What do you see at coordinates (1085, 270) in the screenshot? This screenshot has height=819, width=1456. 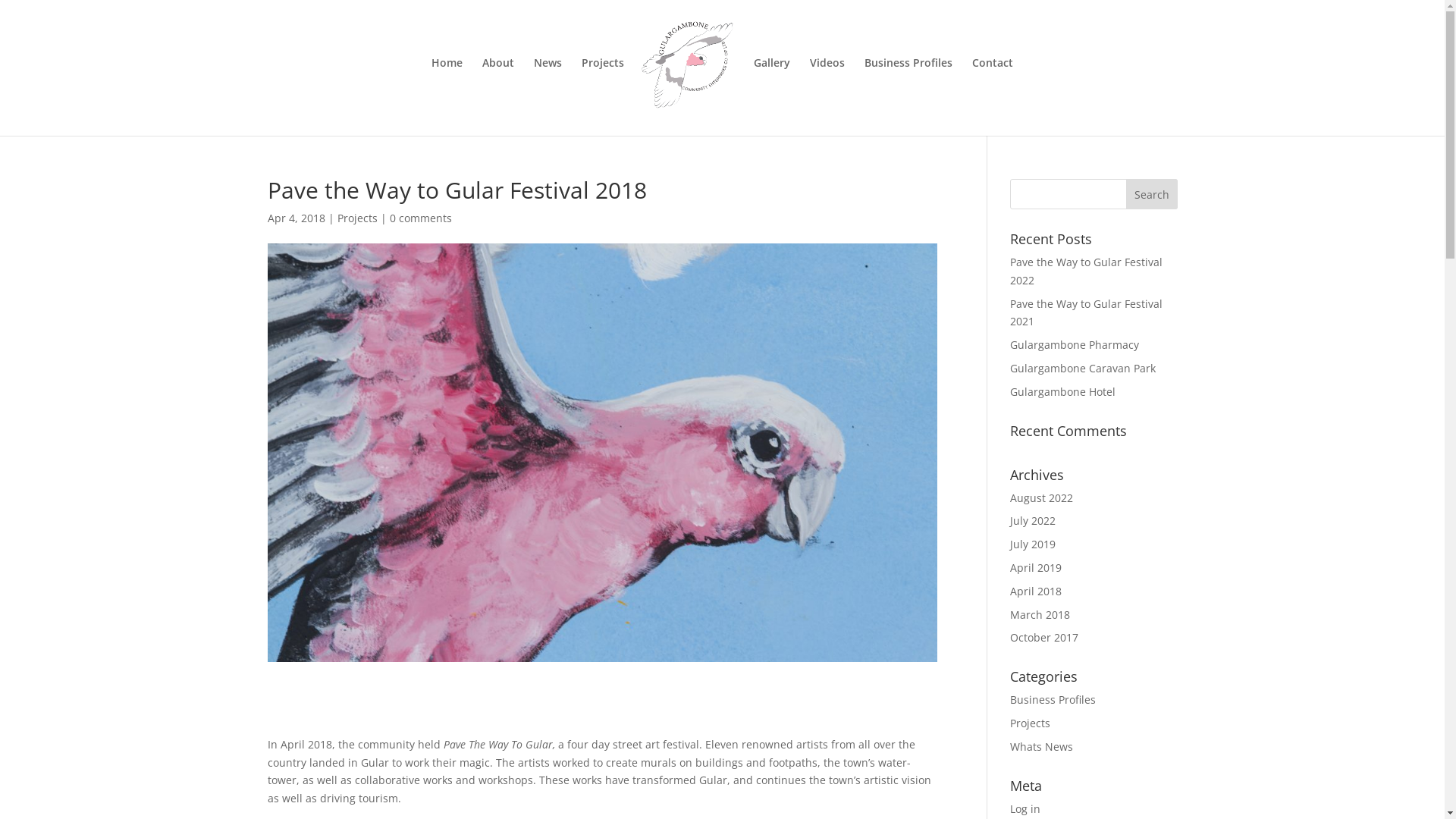 I see `'Pave the Way to Gular Festival 2022'` at bounding box center [1085, 270].